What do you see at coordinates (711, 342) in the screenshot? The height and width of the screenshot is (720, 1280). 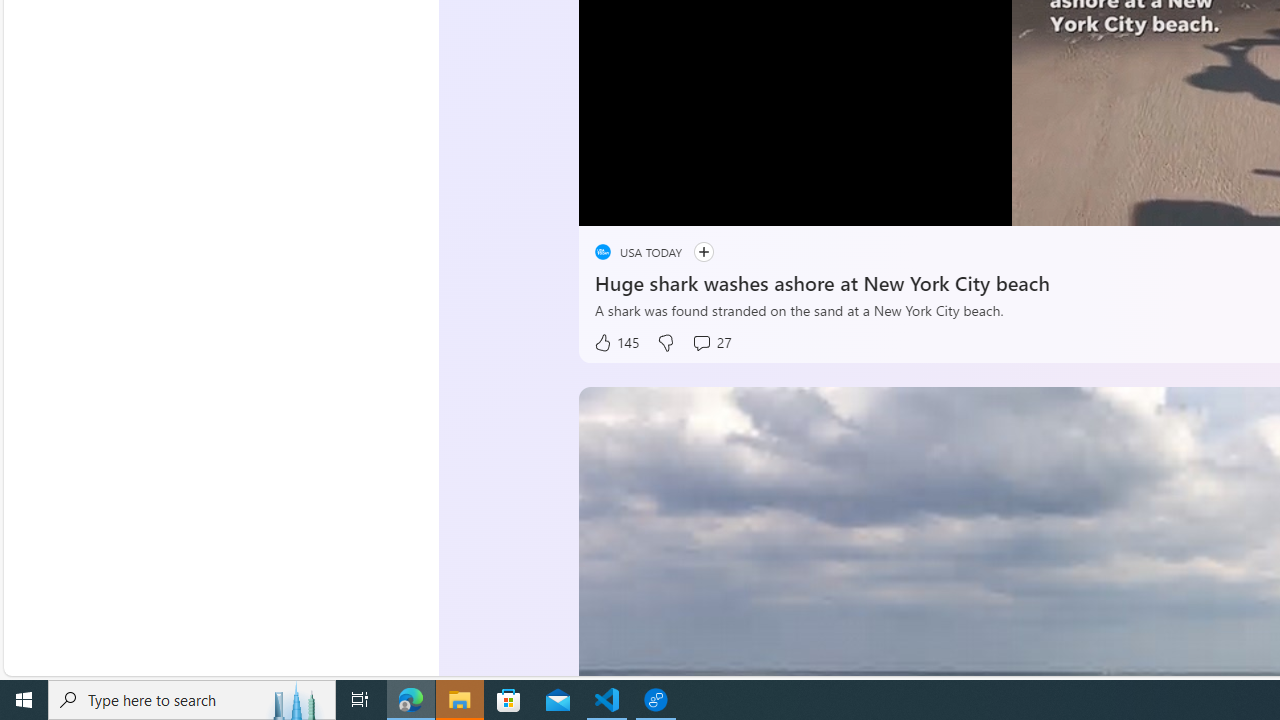 I see `'View comments 27 Comment'` at bounding box center [711, 342].